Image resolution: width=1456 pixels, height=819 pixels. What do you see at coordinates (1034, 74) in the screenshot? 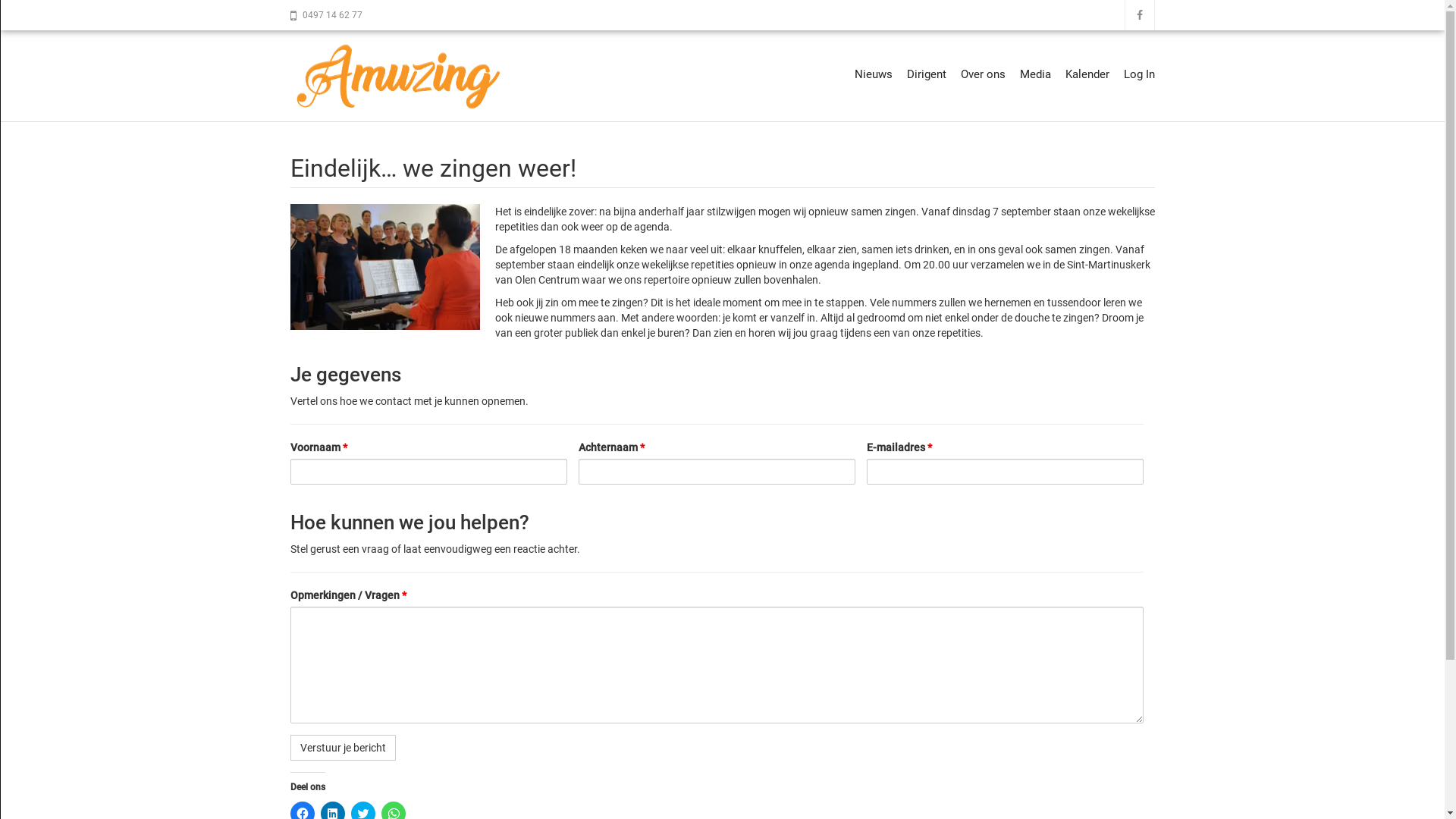
I see `'Media'` at bounding box center [1034, 74].